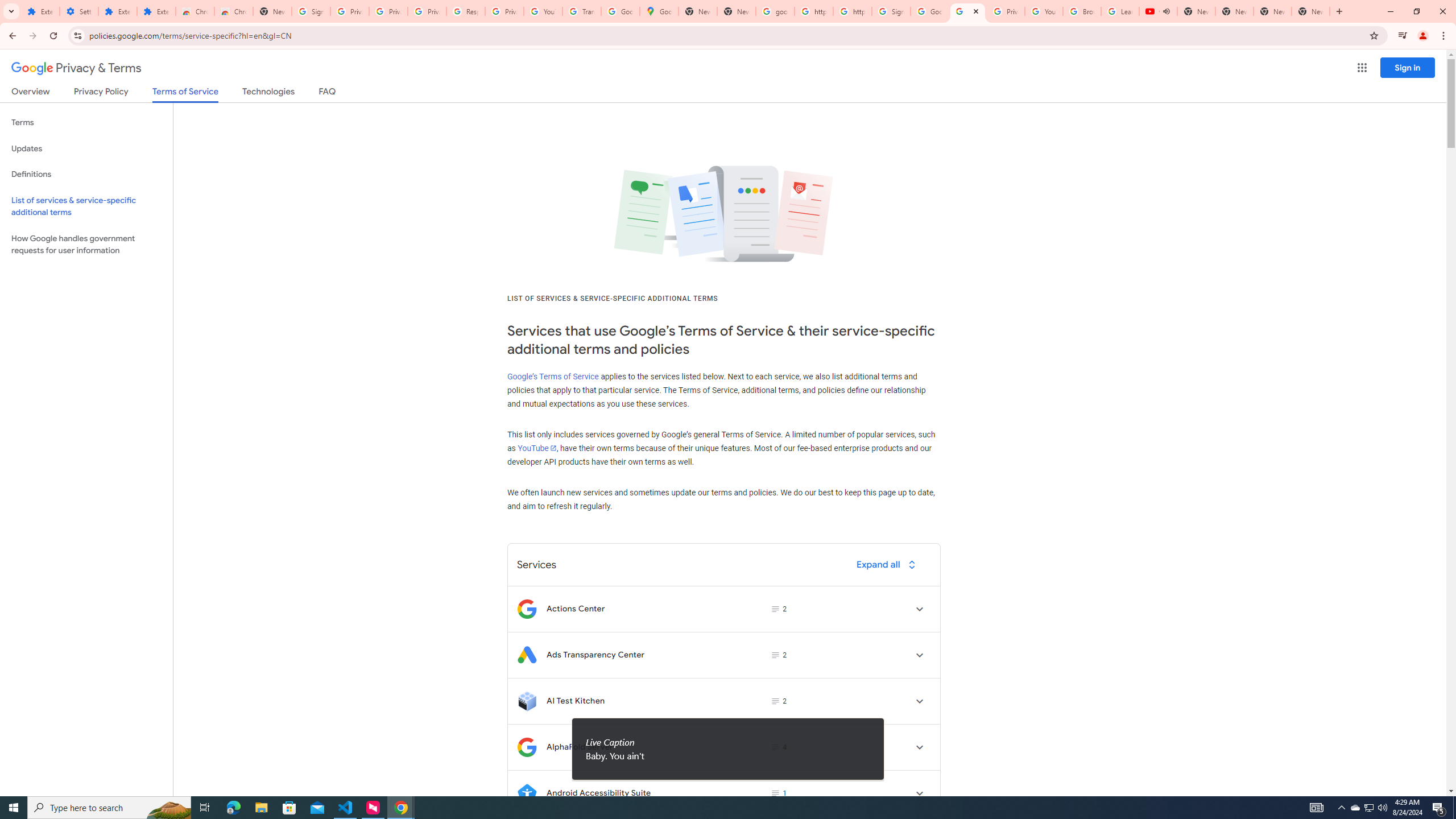  What do you see at coordinates (86, 243) in the screenshot?
I see `'How Google handles government requests for user information'` at bounding box center [86, 243].